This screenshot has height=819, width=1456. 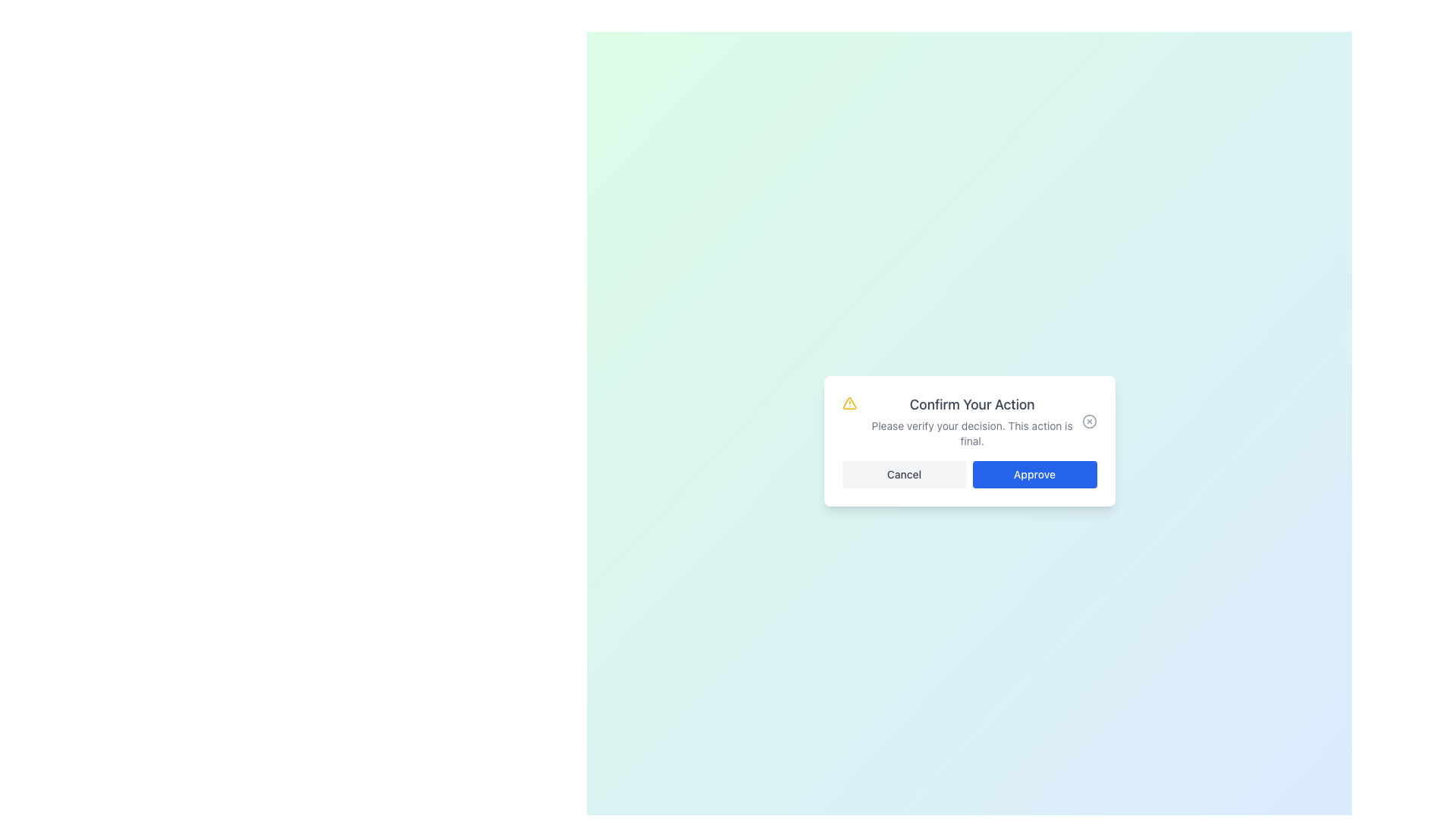 What do you see at coordinates (904, 473) in the screenshot?
I see `the 'Cancel' button which is a rectangular button with a gray background and rounded corners, located in the bottom row of a dialog box` at bounding box center [904, 473].